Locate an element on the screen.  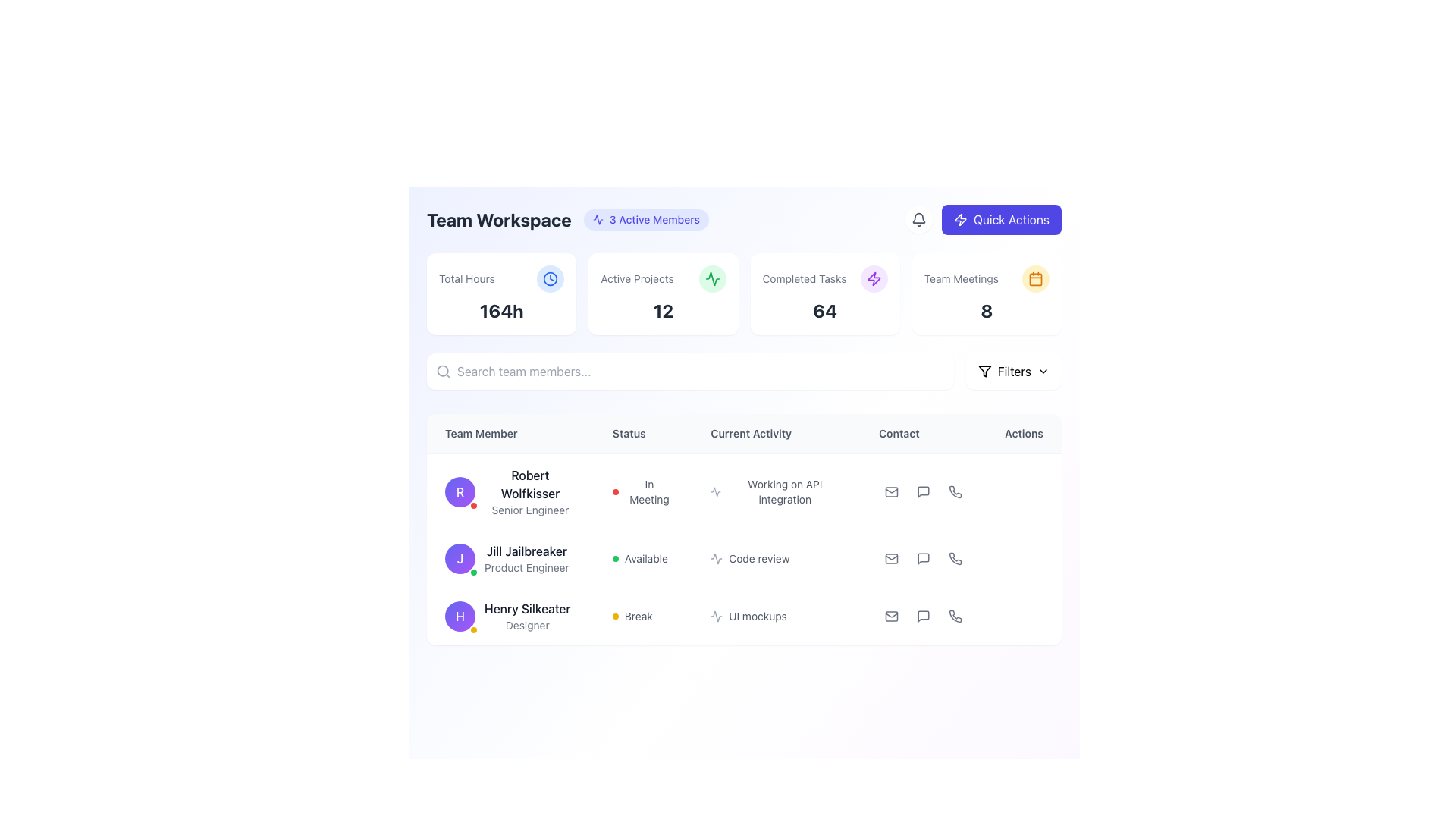
the interactive button located in the 'Actions' column on the rightmost side of the first row in the team members' information table is located at coordinates (1023, 491).